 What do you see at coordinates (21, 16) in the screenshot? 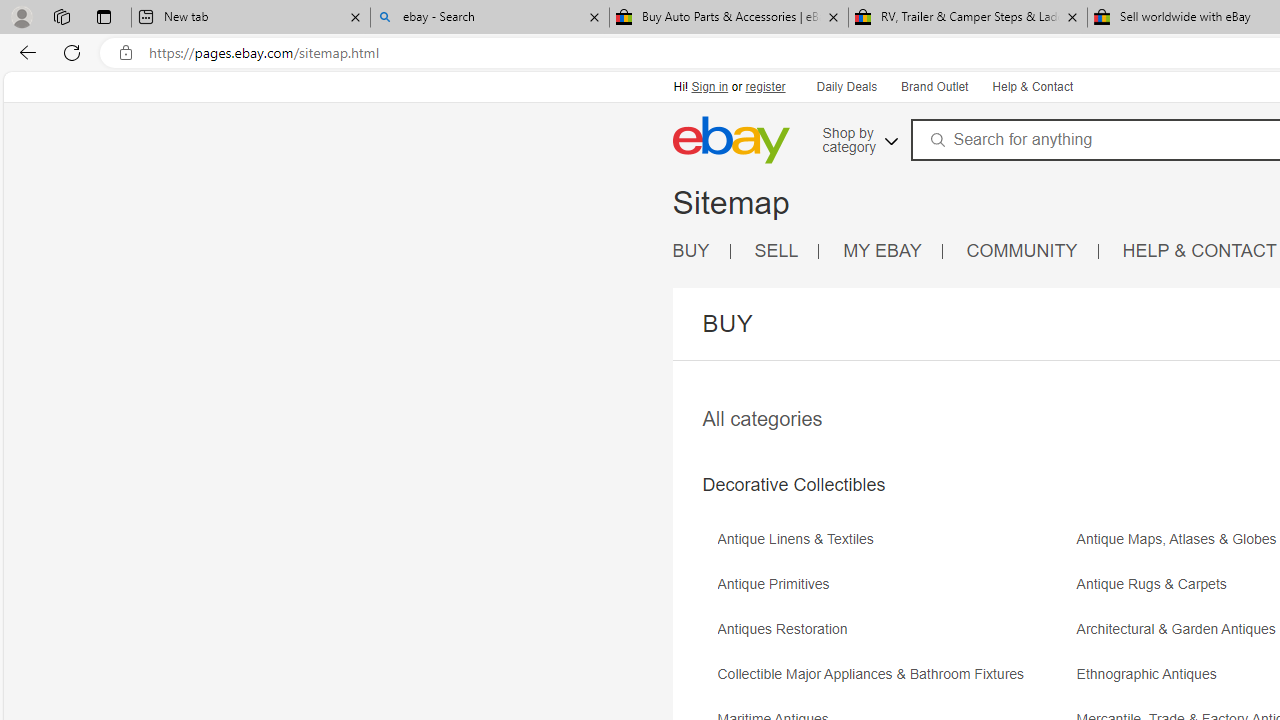
I see `'Personal Profile'` at bounding box center [21, 16].